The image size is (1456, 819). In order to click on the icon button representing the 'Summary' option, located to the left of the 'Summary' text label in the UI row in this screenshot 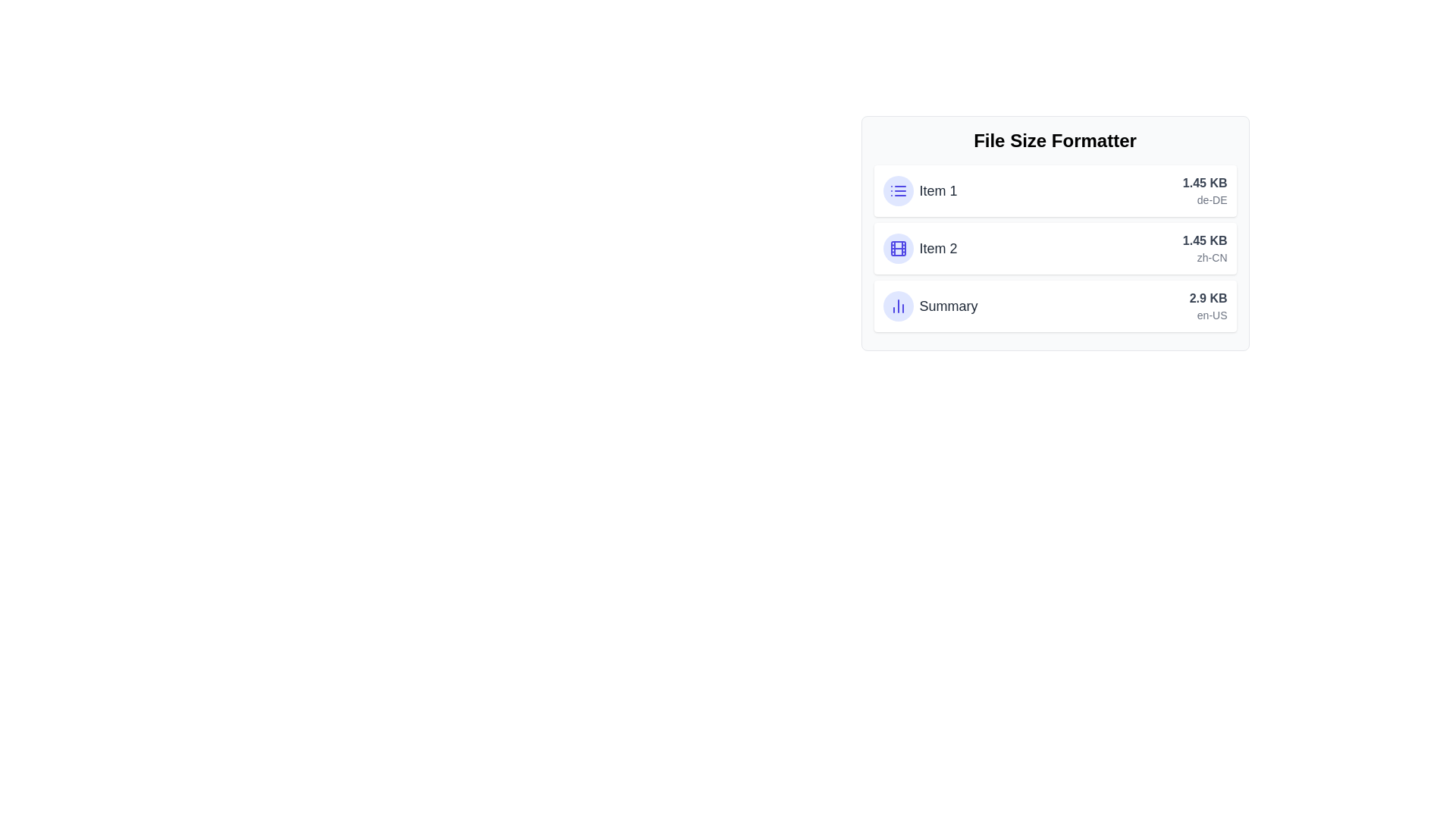, I will do `click(898, 306)`.